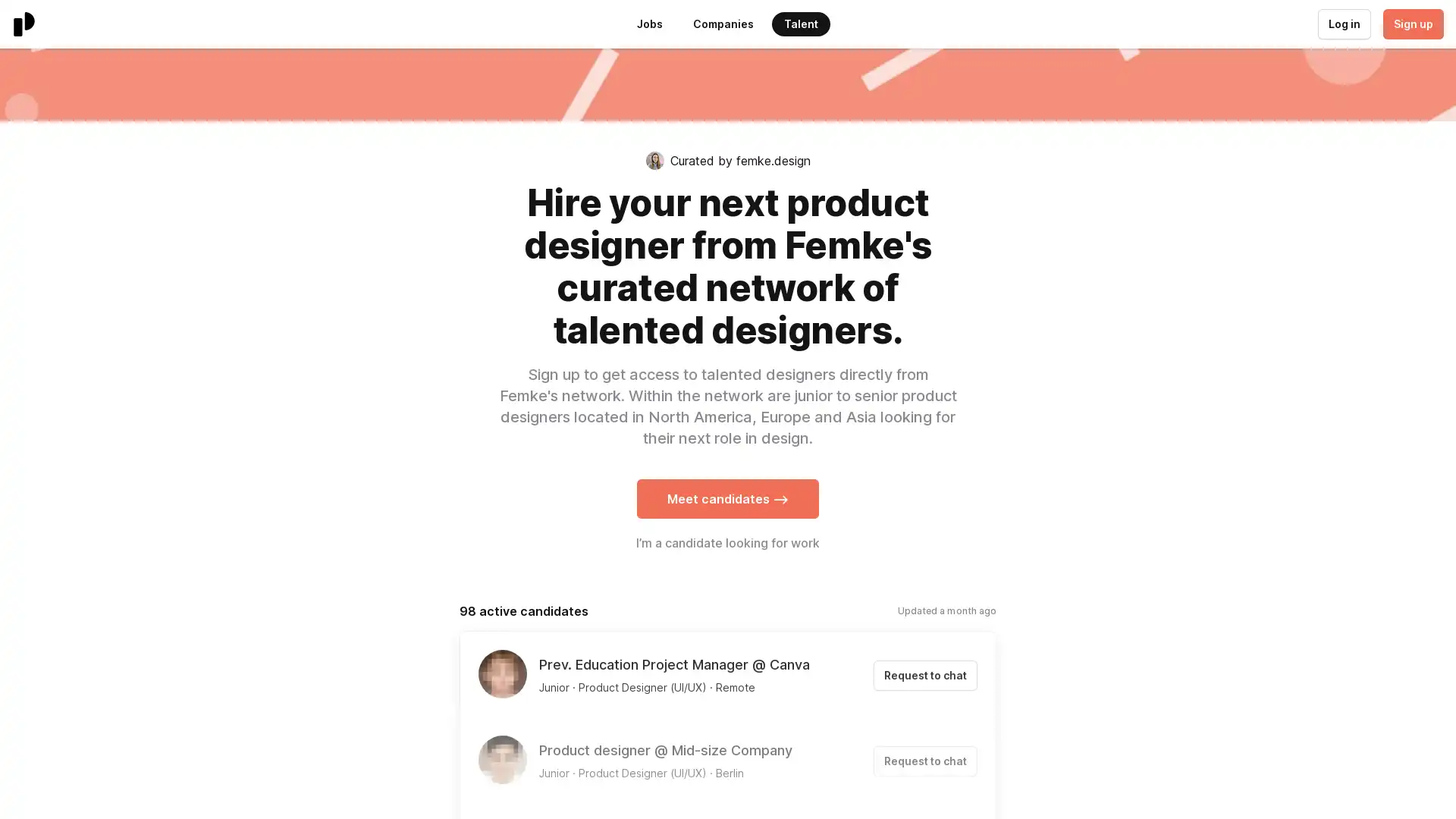  What do you see at coordinates (924, 761) in the screenshot?
I see `Request to chat` at bounding box center [924, 761].